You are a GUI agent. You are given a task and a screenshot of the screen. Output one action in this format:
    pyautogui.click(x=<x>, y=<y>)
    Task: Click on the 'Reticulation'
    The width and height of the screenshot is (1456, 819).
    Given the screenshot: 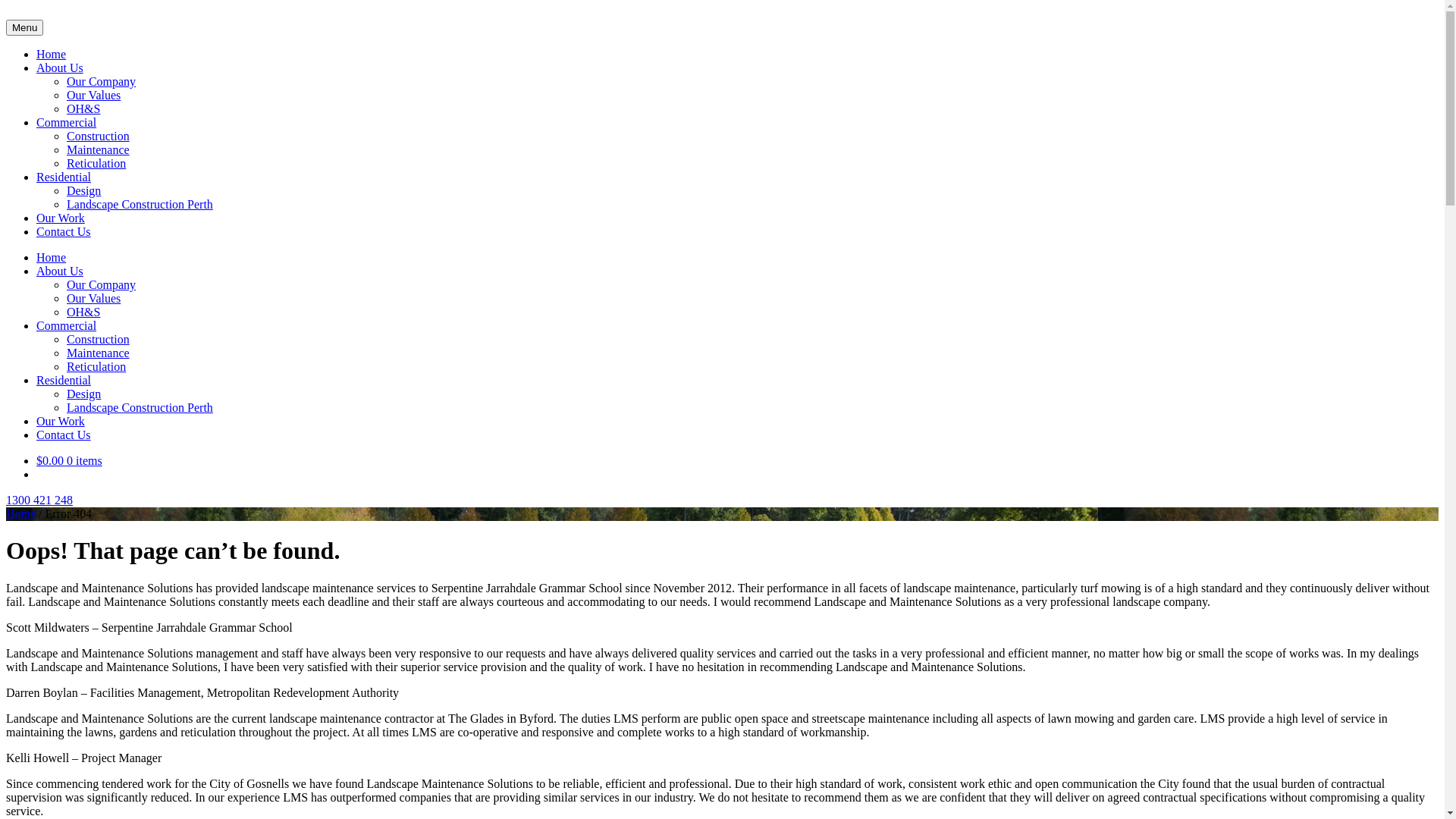 What is the action you would take?
    pyautogui.click(x=95, y=163)
    